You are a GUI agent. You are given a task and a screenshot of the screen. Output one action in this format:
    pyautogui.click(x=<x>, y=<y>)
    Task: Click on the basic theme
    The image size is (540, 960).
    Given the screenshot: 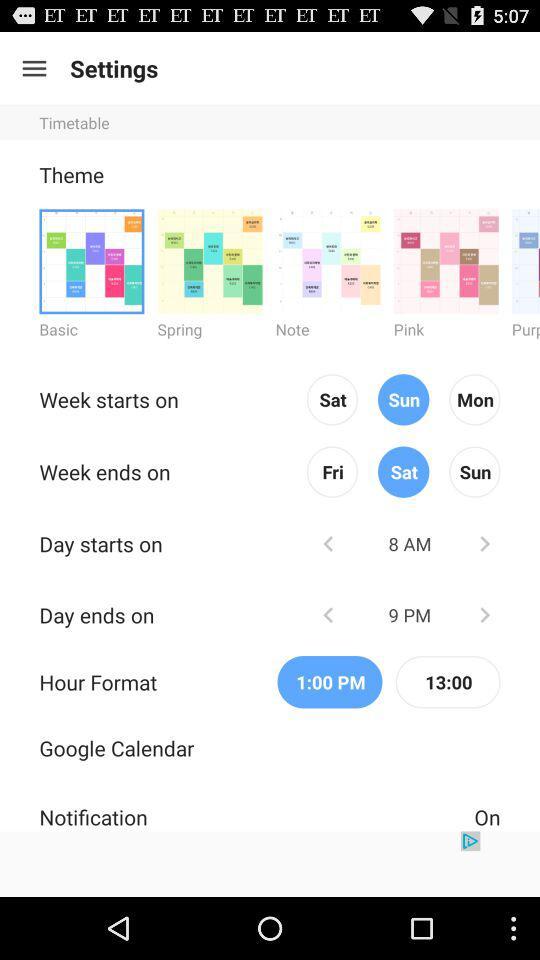 What is the action you would take?
    pyautogui.click(x=90, y=260)
    